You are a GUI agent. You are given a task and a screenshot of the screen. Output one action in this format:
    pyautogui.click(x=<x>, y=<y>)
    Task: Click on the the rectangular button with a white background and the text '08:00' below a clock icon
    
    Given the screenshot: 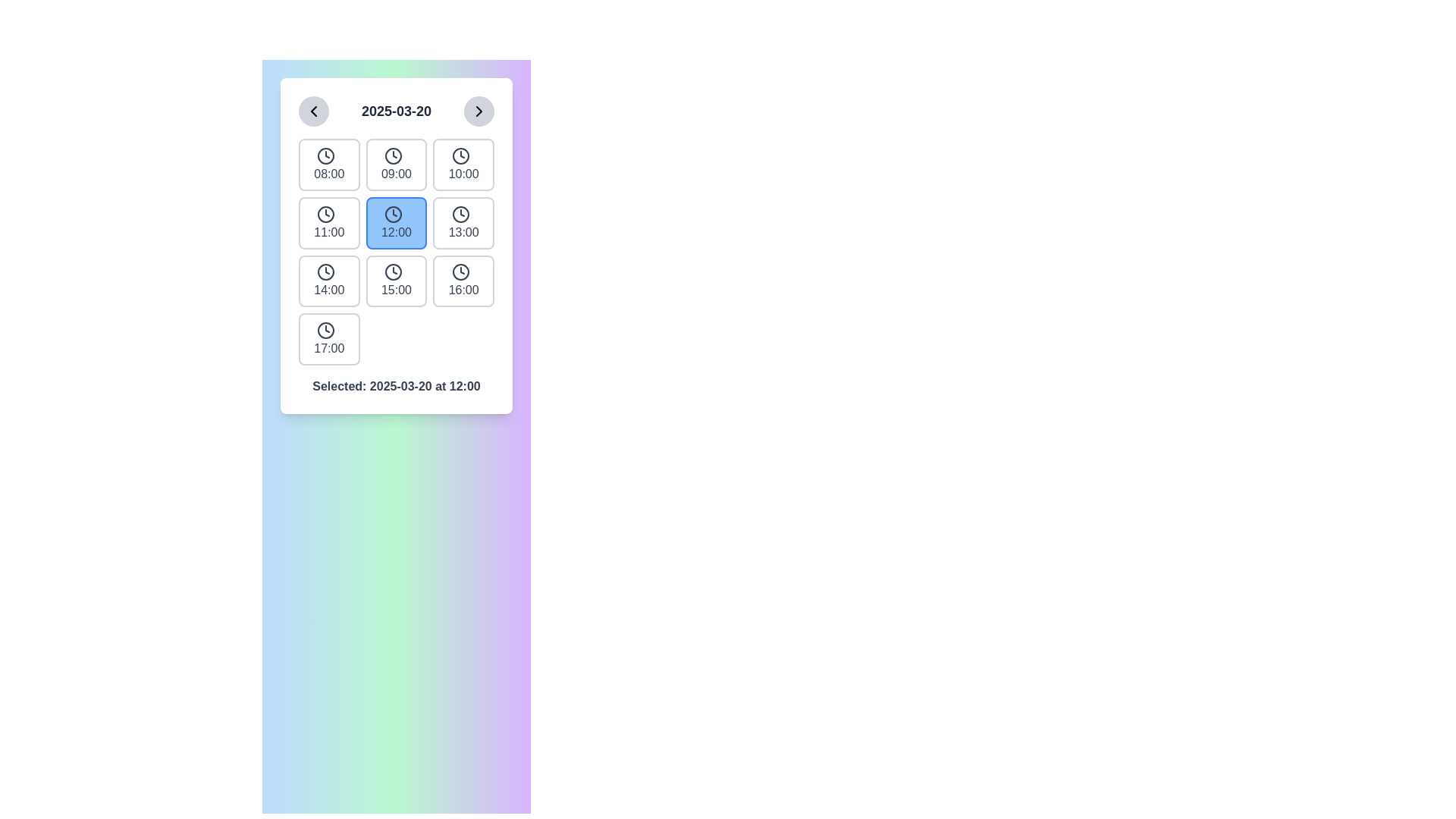 What is the action you would take?
    pyautogui.click(x=328, y=165)
    